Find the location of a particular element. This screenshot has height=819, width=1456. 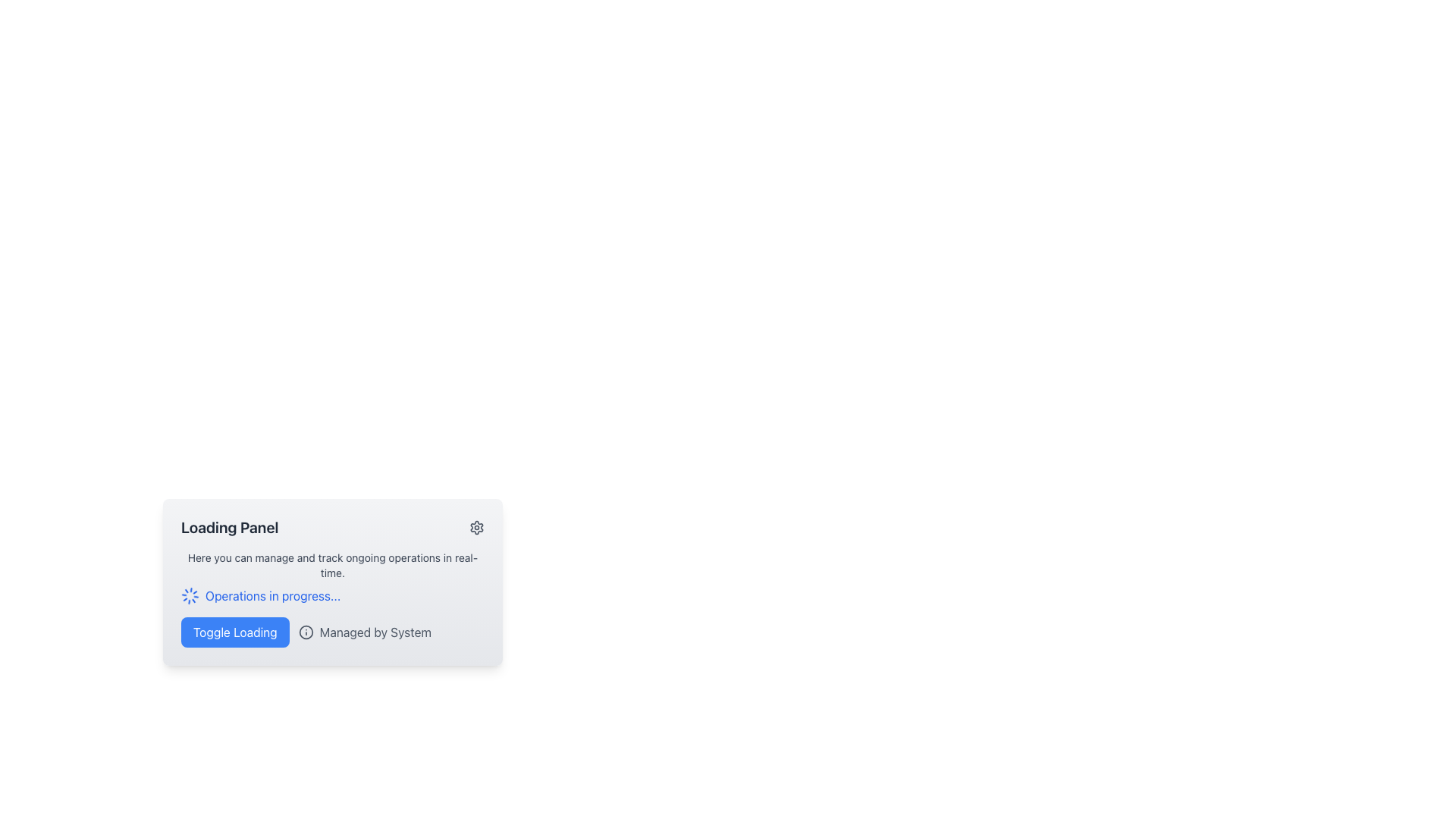

the text label that is styled in blue and reads 'Operations in progress...', located to the right of a spinning icon in the bottom section of the 'Loading Panel' is located at coordinates (273, 595).